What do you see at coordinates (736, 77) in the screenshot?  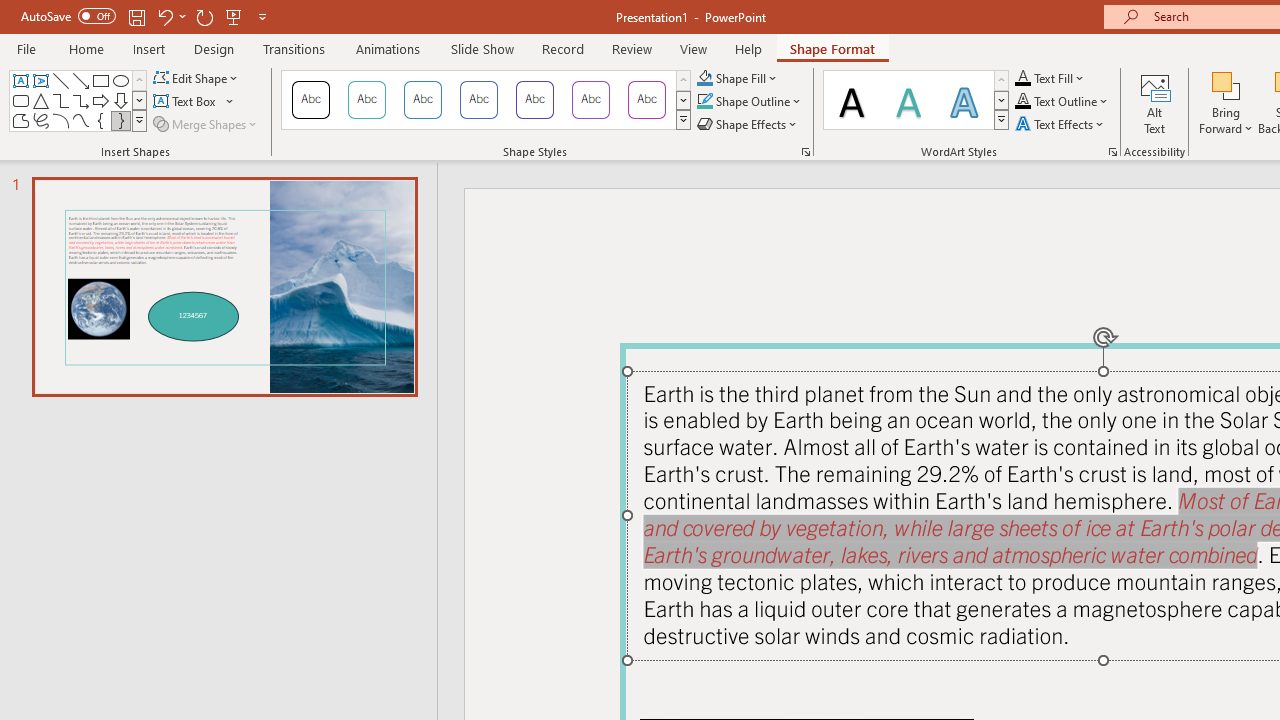 I see `'Shape Fill'` at bounding box center [736, 77].